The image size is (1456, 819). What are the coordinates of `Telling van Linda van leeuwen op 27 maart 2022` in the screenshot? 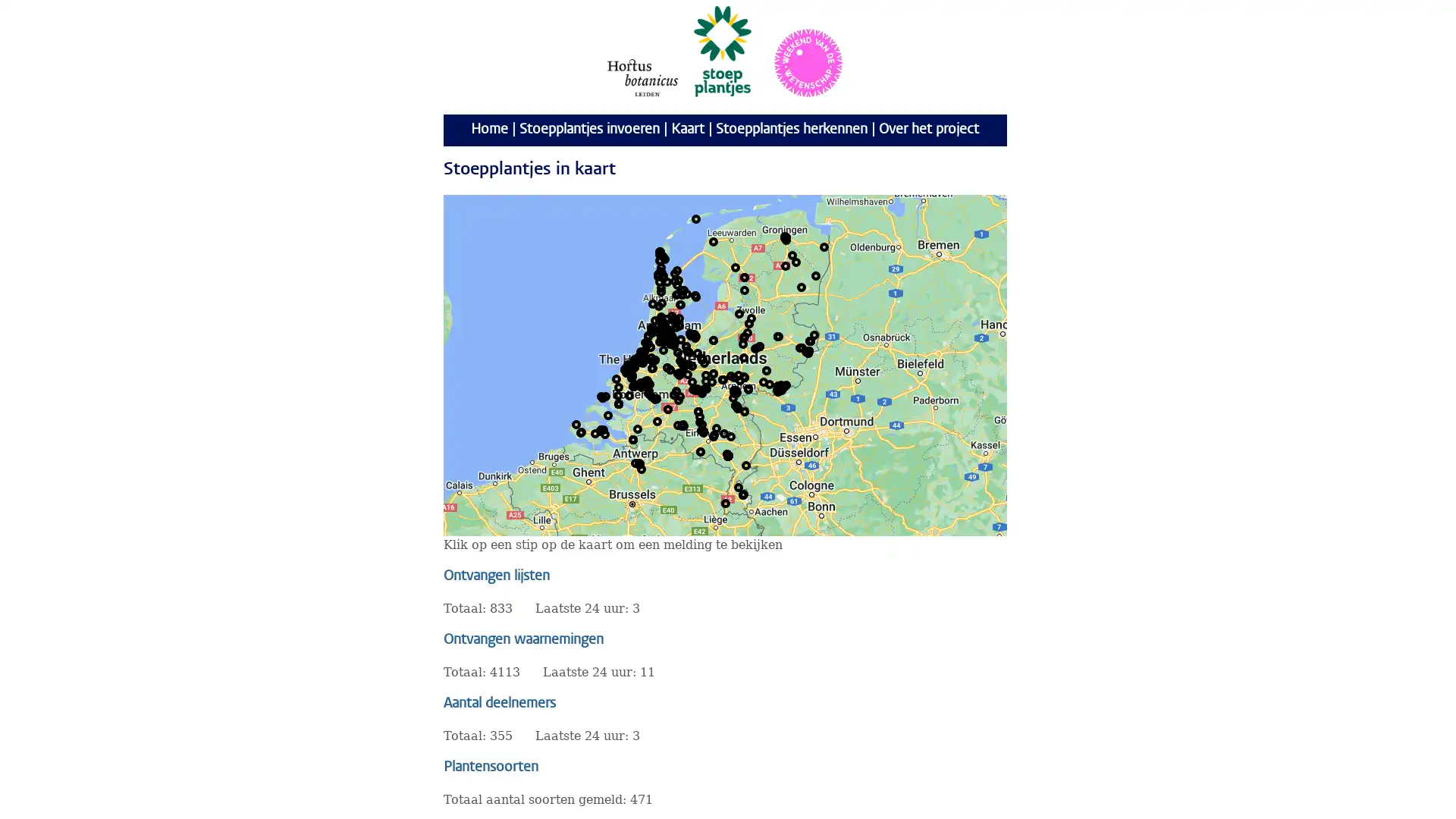 It's located at (632, 376).